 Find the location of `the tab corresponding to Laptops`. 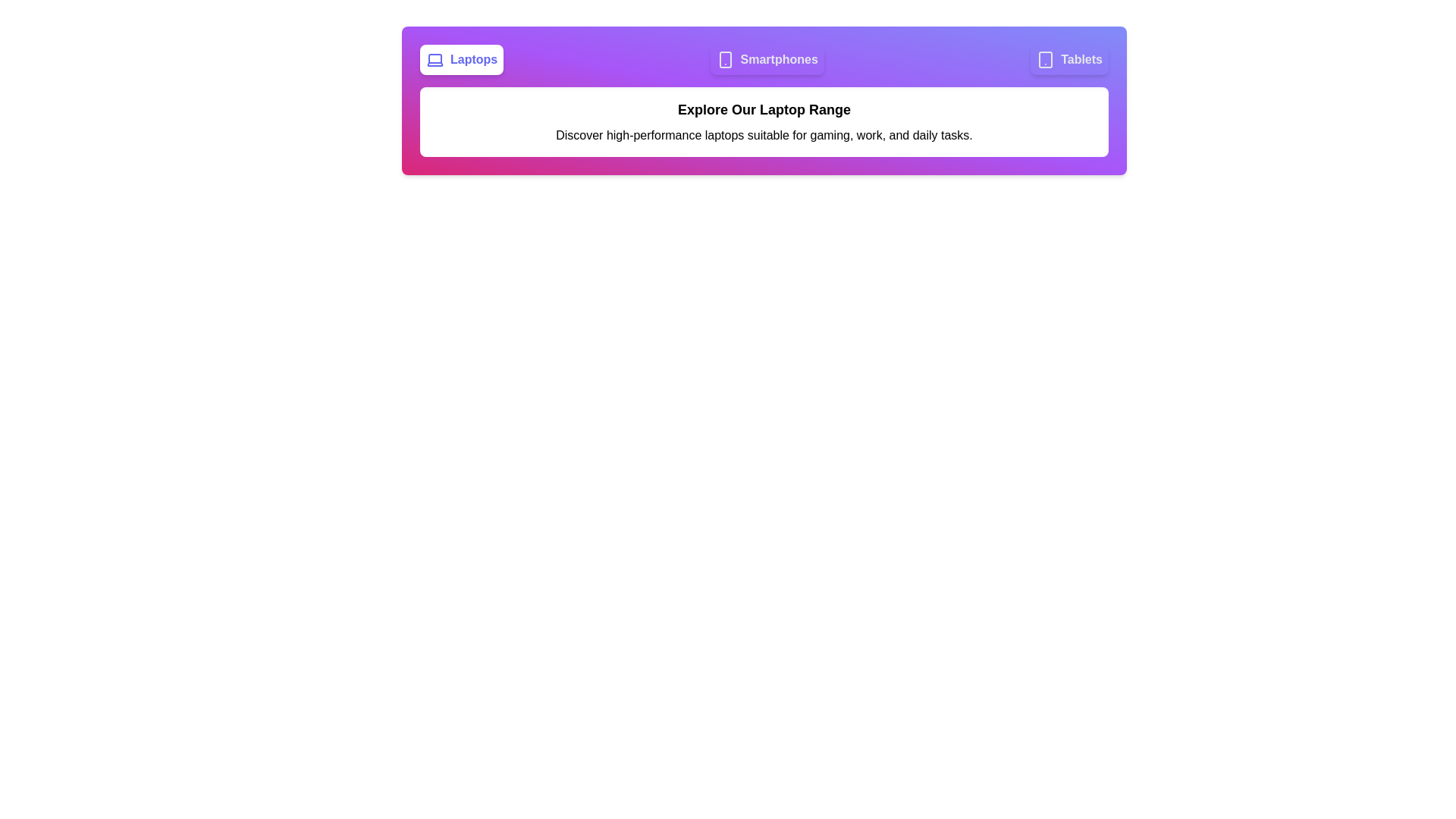

the tab corresponding to Laptops is located at coordinates (461, 58).